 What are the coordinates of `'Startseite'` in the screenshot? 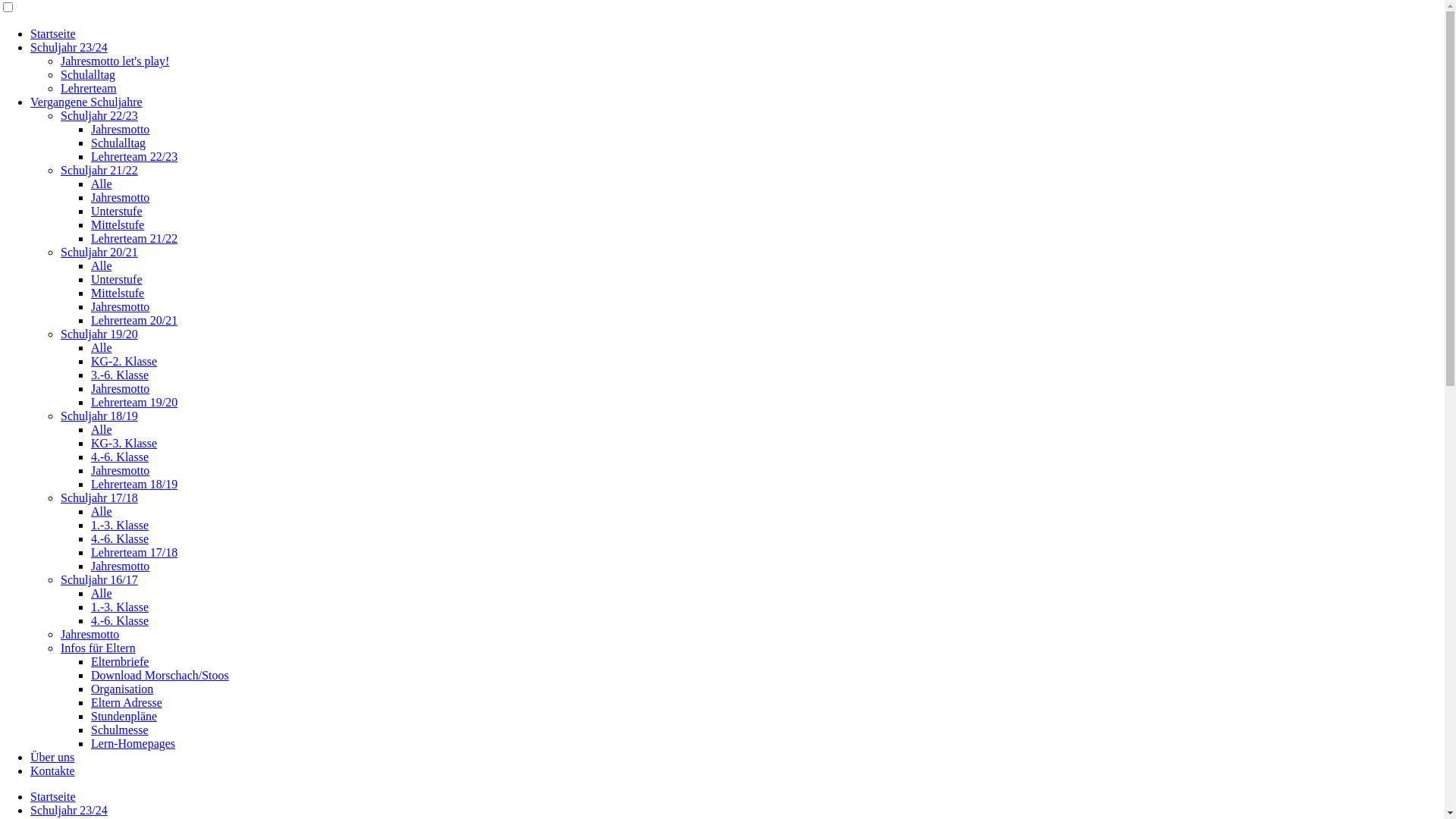 It's located at (53, 33).